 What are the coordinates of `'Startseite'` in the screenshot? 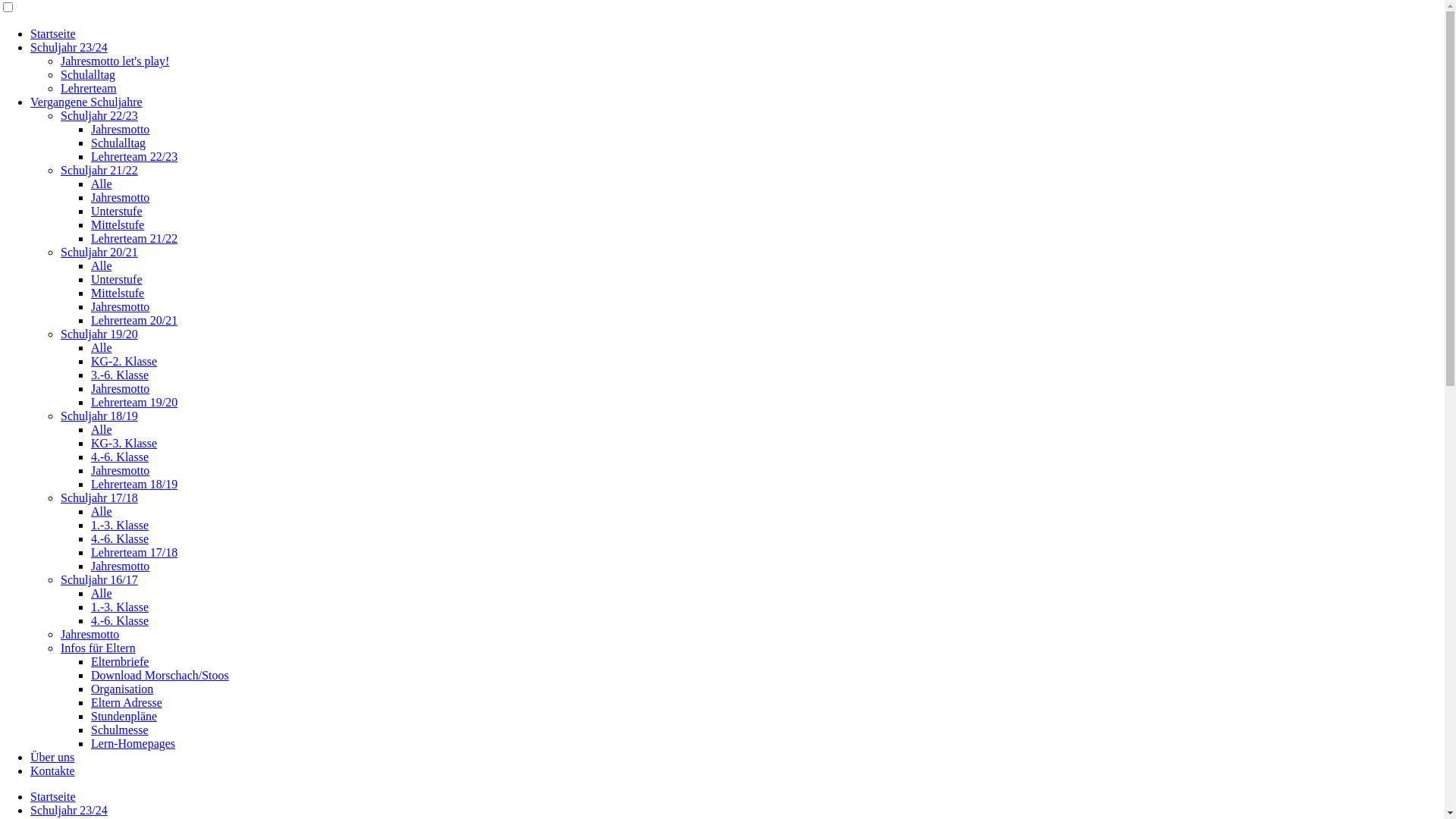 It's located at (53, 33).